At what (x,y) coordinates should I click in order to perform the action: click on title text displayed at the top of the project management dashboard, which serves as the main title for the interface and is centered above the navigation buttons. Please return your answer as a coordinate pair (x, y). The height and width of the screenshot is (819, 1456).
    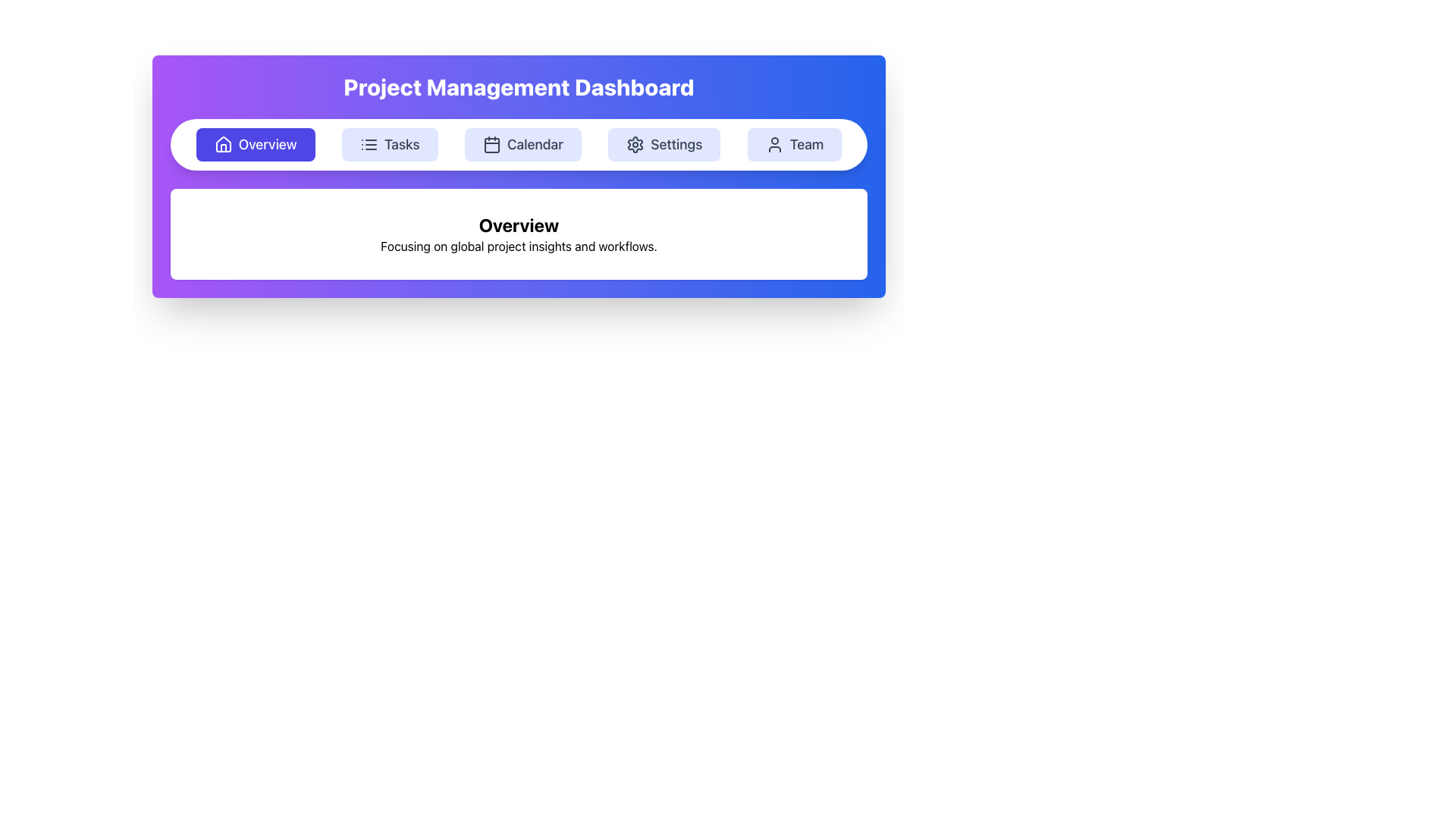
    Looking at the image, I should click on (519, 87).